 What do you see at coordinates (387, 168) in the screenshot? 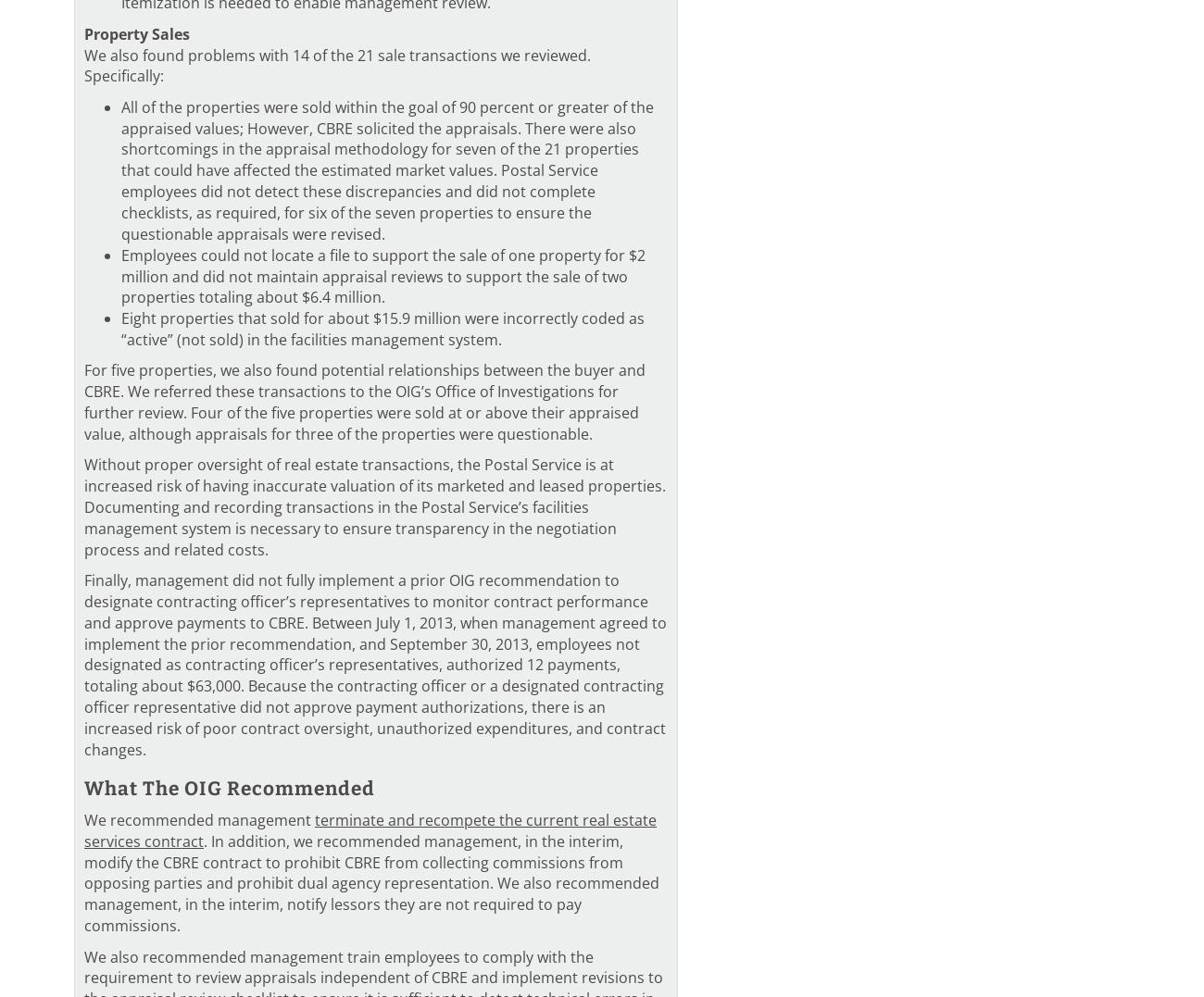
I see `'All of the properties were sold within the goal of 90 percent or greater of the appraised values; However, CBRE solicited the appraisals. There were also shortcomings in the appraisal methodology for seven of the 21 properties that could have affected the estimated market values. Postal Service employees did not detect these discrepancies and did not complete checklists, as required, for six of the seven properties to ensure the questionable appraisals were revised.'` at bounding box center [387, 168].